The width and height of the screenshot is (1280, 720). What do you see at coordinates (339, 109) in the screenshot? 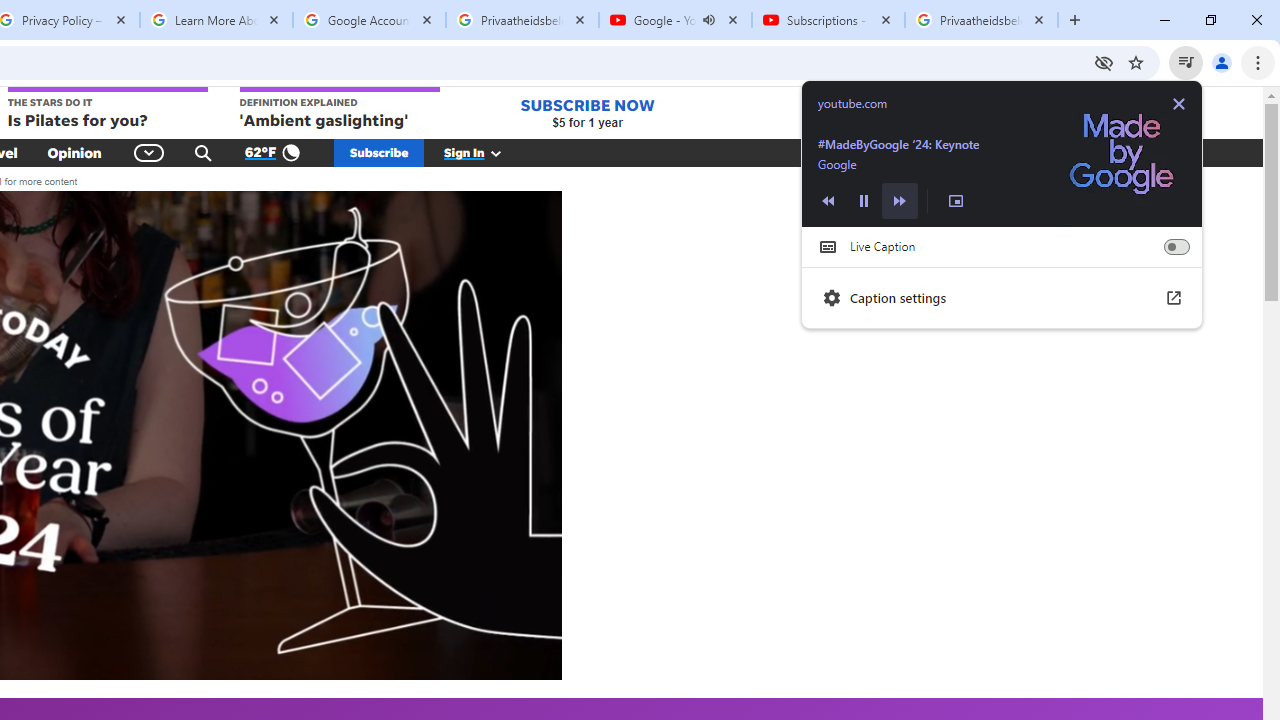
I see `'DEFINITION EXPLAINED '` at bounding box center [339, 109].